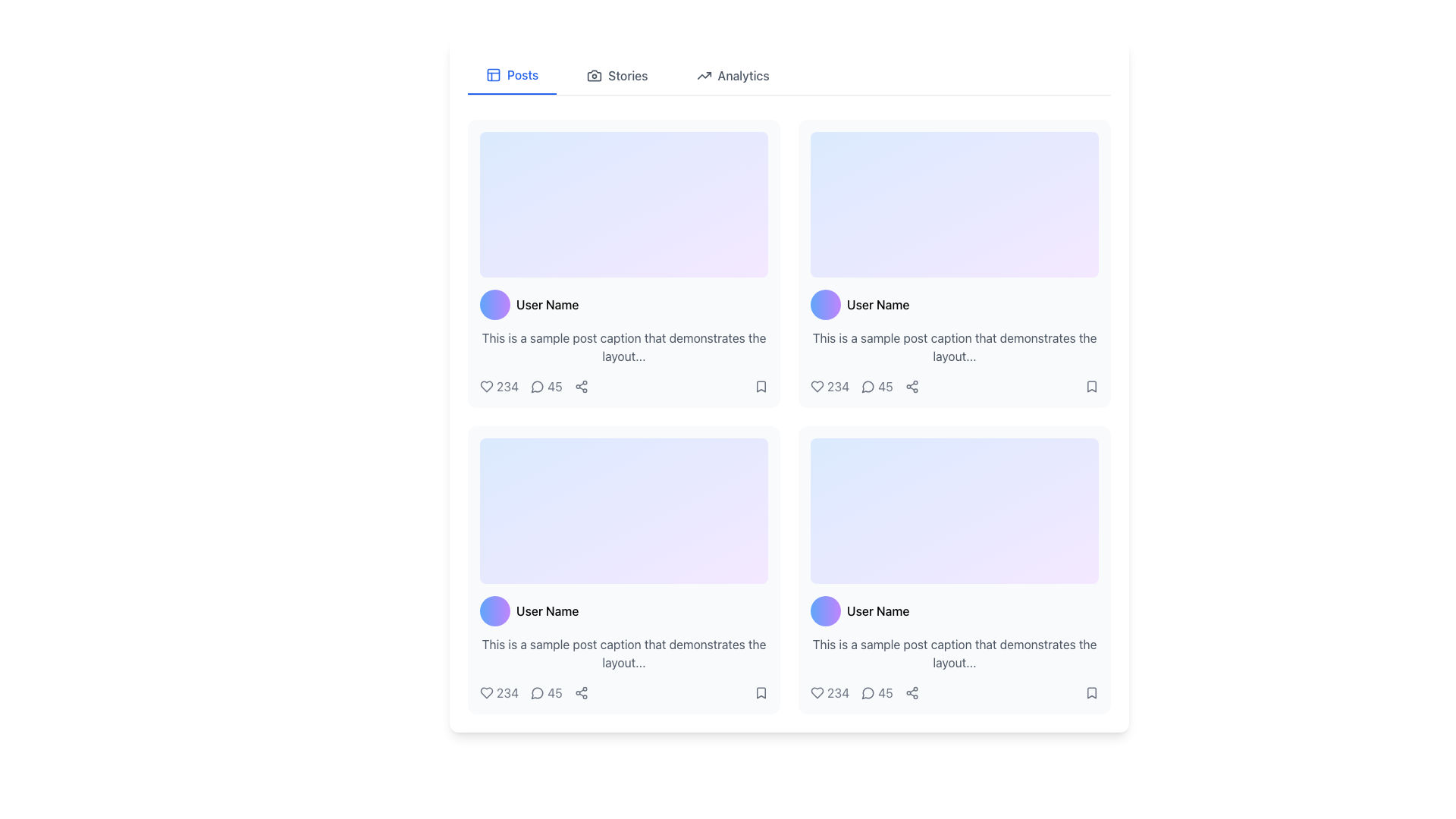 This screenshot has width=1456, height=819. What do you see at coordinates (537, 386) in the screenshot?
I see `the speech bubble icon, which is an SVG graphic with rounded edges and a pointed tail, located in the bottom section of a post card interface, positioned between a heart icon and a comment count label` at bounding box center [537, 386].